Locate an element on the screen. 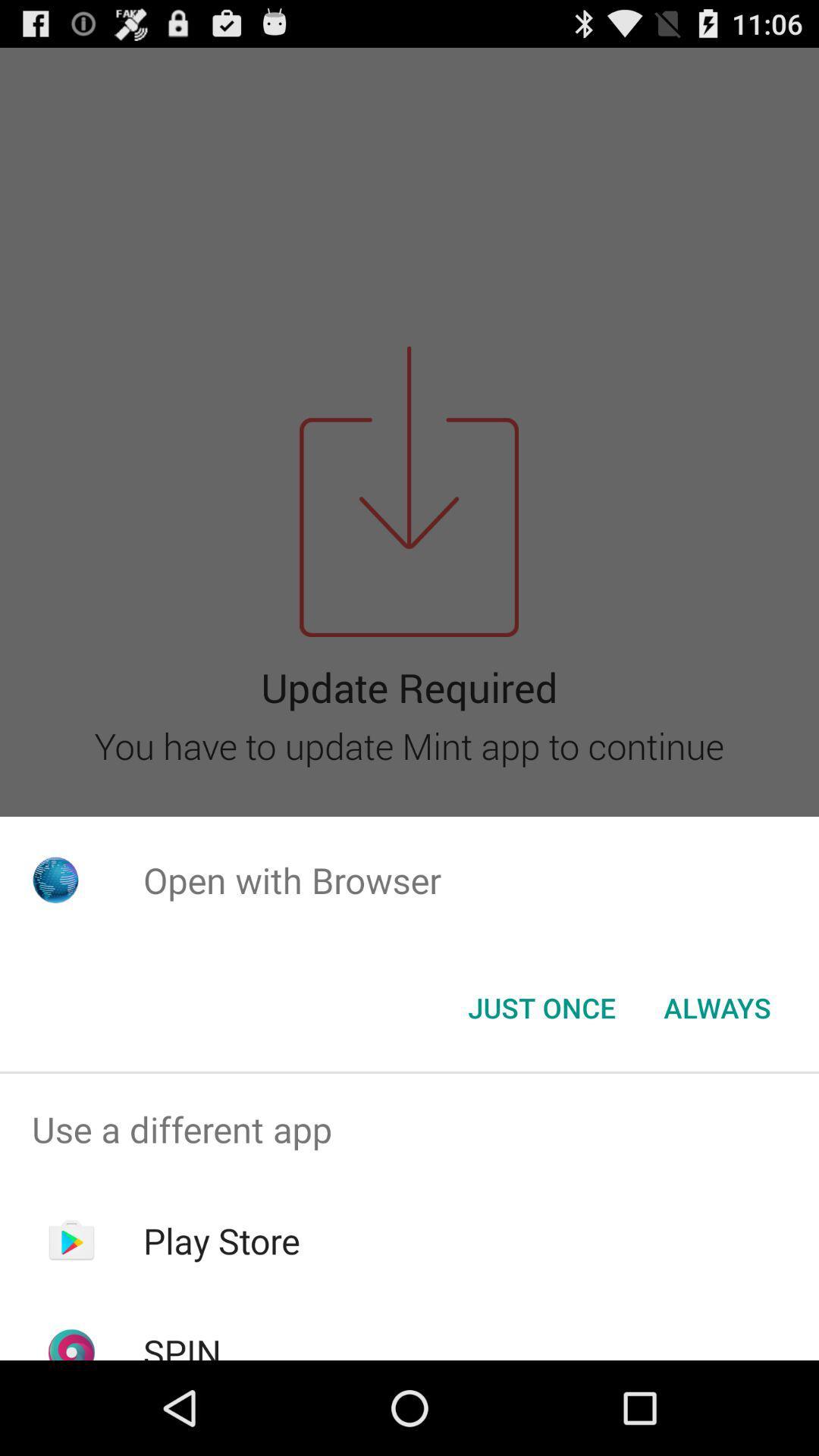  icon next to just once item is located at coordinates (717, 1008).